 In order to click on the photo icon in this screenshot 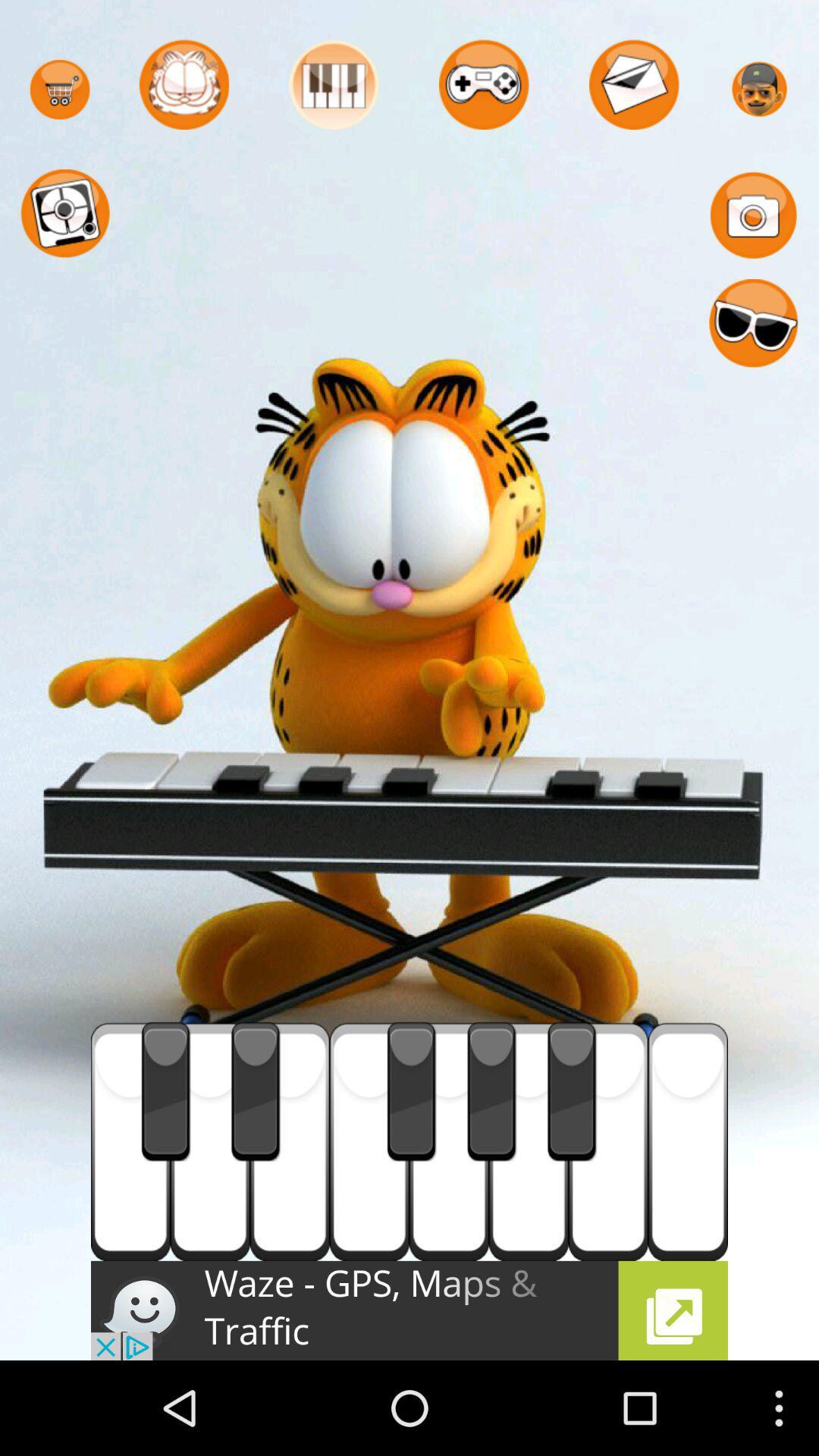, I will do `click(753, 228)`.